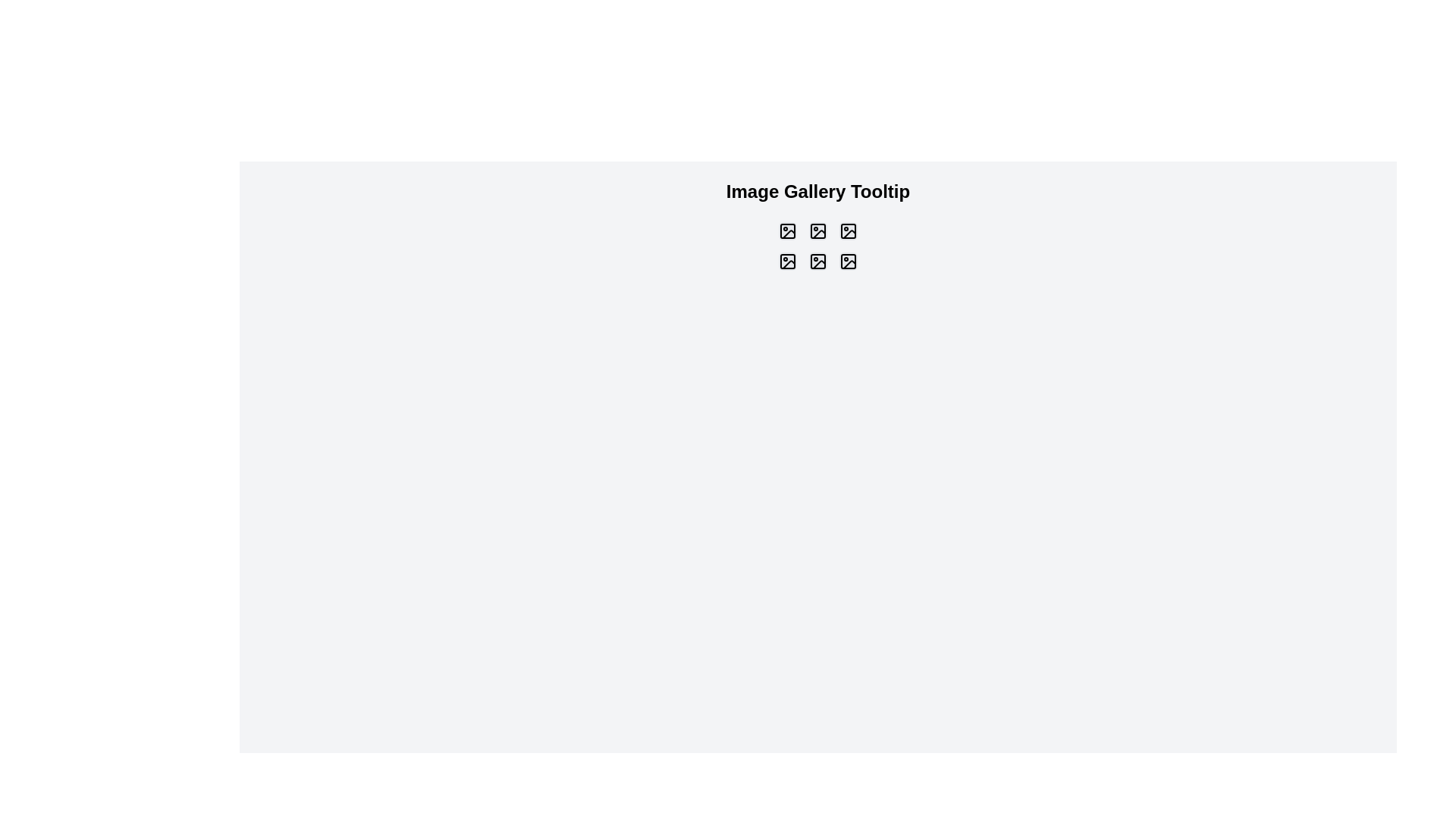  What do you see at coordinates (817, 260) in the screenshot?
I see `the interactive icon located in the second row, middle column of a 2x3 grid layout` at bounding box center [817, 260].